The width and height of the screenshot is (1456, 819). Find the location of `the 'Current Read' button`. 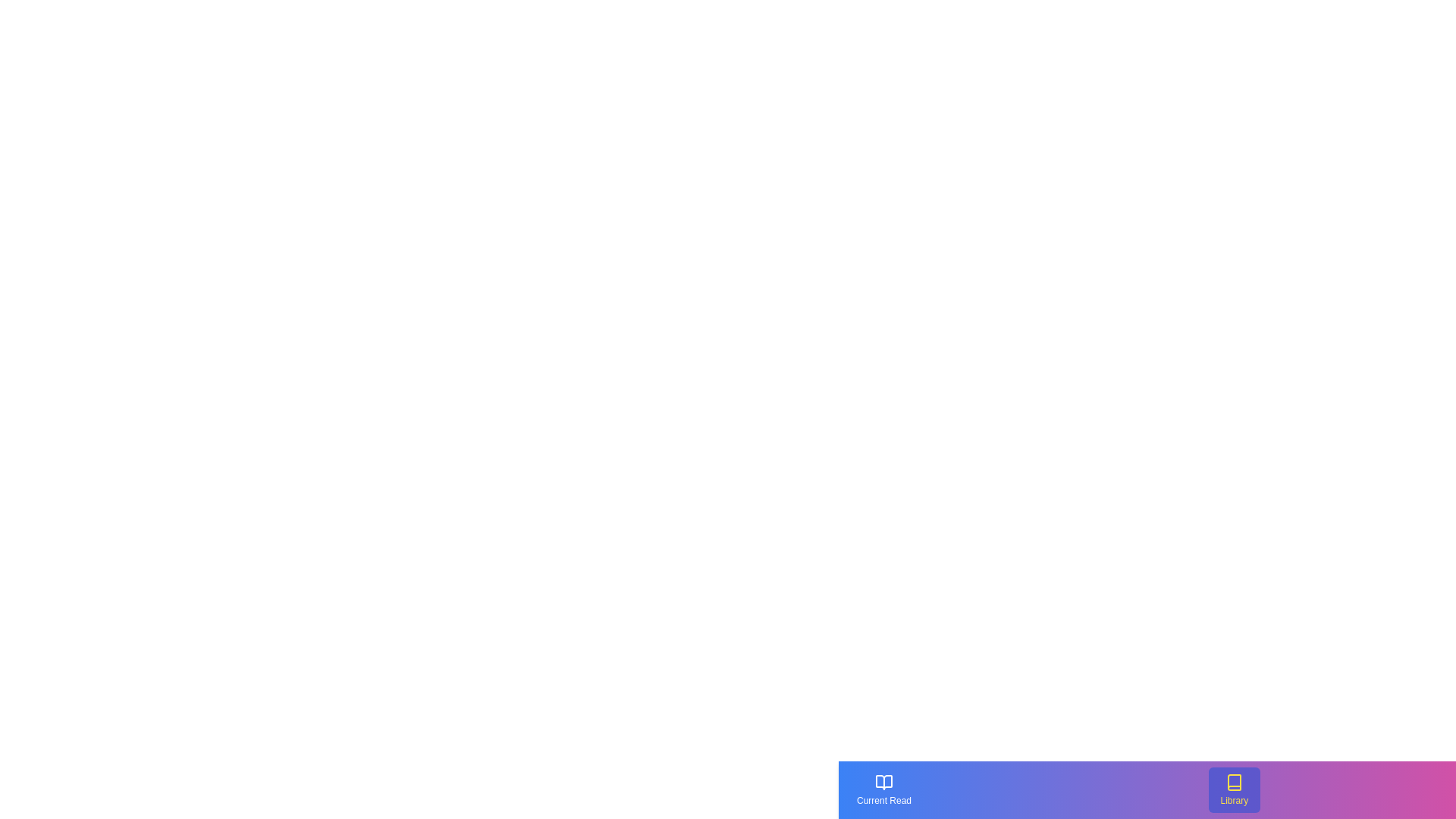

the 'Current Read' button is located at coordinates (884, 789).